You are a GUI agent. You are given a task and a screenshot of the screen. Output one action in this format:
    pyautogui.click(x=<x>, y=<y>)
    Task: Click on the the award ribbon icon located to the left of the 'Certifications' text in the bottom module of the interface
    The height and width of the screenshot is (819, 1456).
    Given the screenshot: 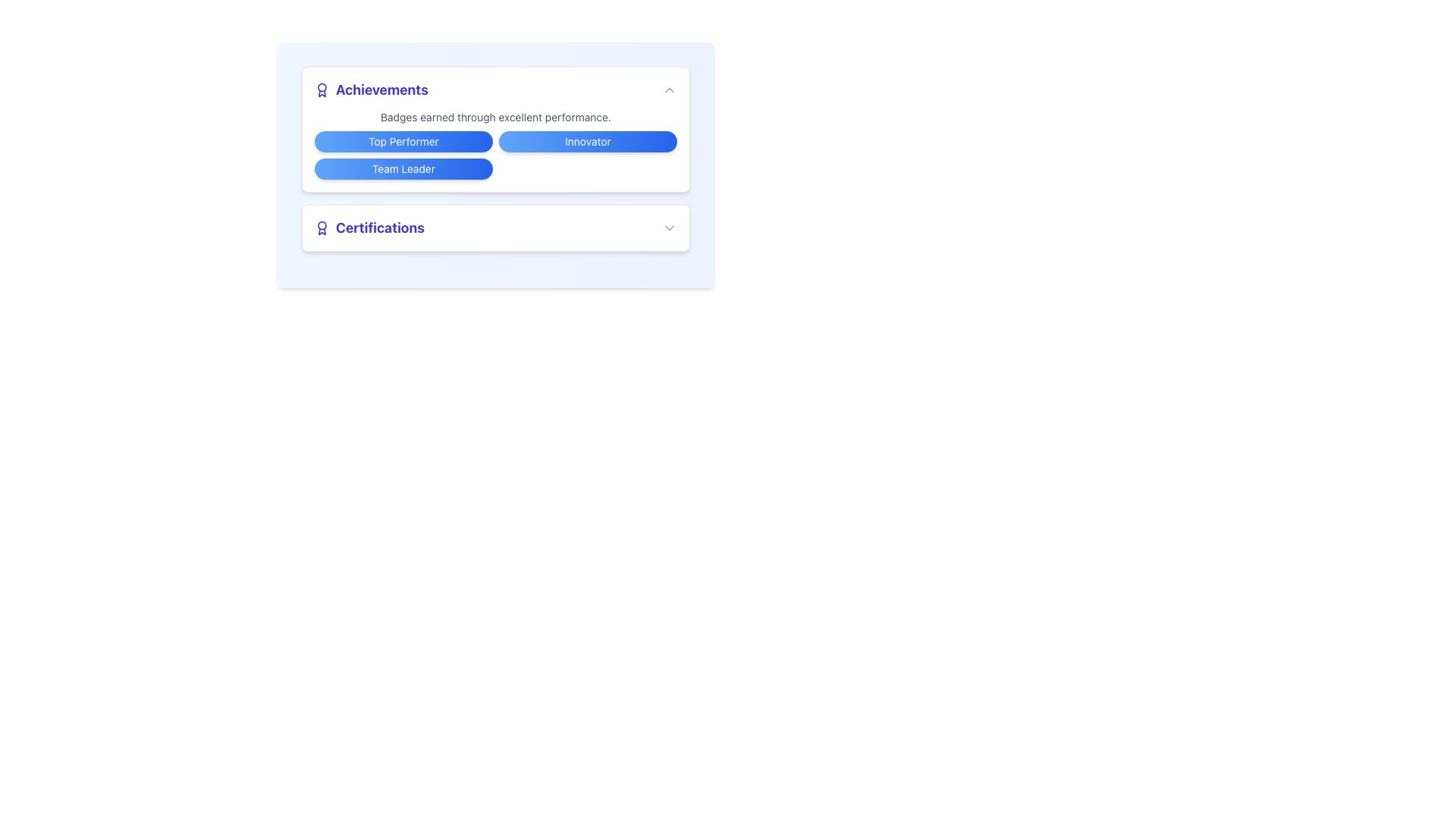 What is the action you would take?
    pyautogui.click(x=322, y=227)
    